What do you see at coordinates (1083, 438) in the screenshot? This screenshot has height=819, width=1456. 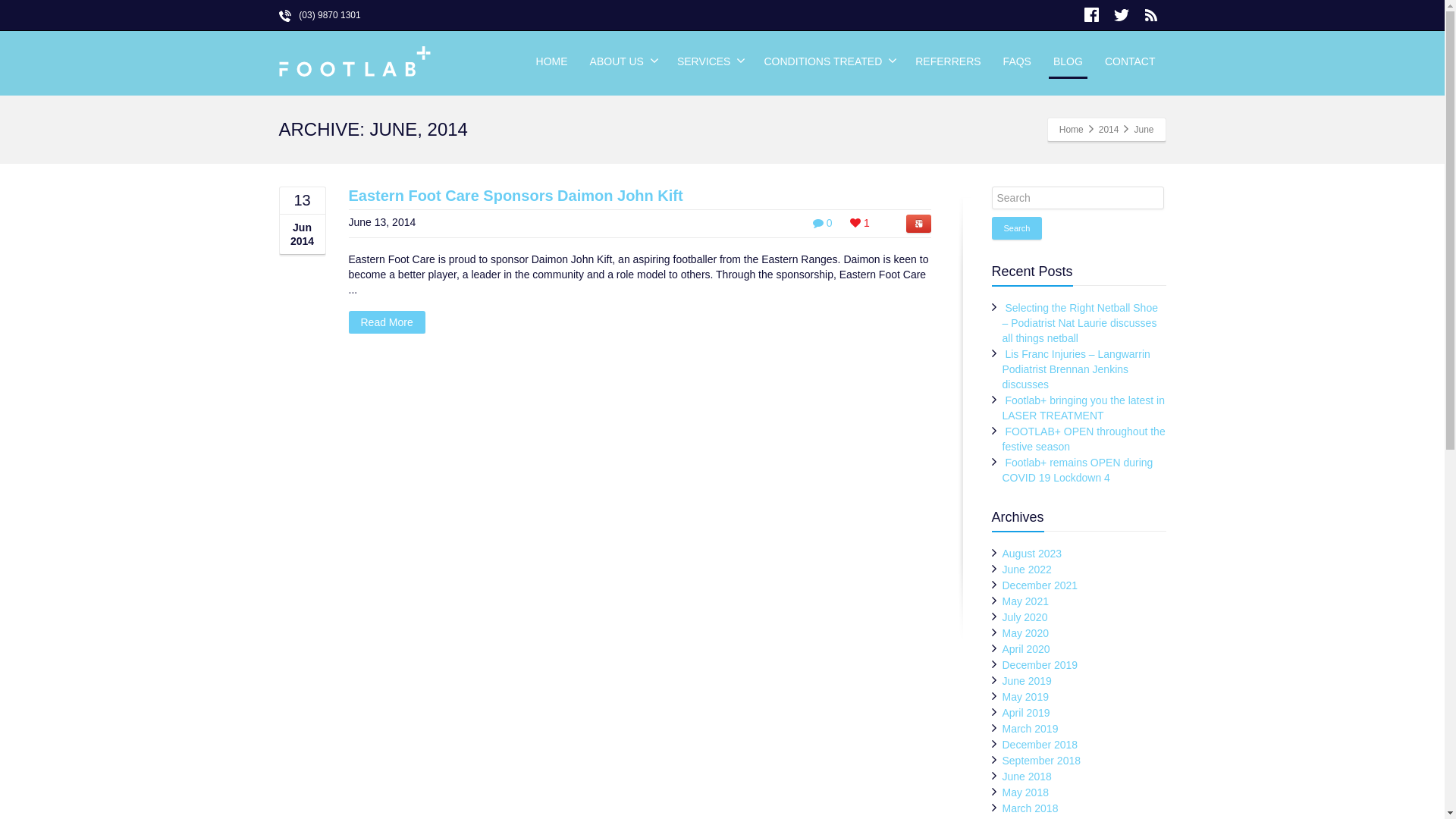 I see `'FOOTLAB+ OPEN throughout the festive season'` at bounding box center [1083, 438].